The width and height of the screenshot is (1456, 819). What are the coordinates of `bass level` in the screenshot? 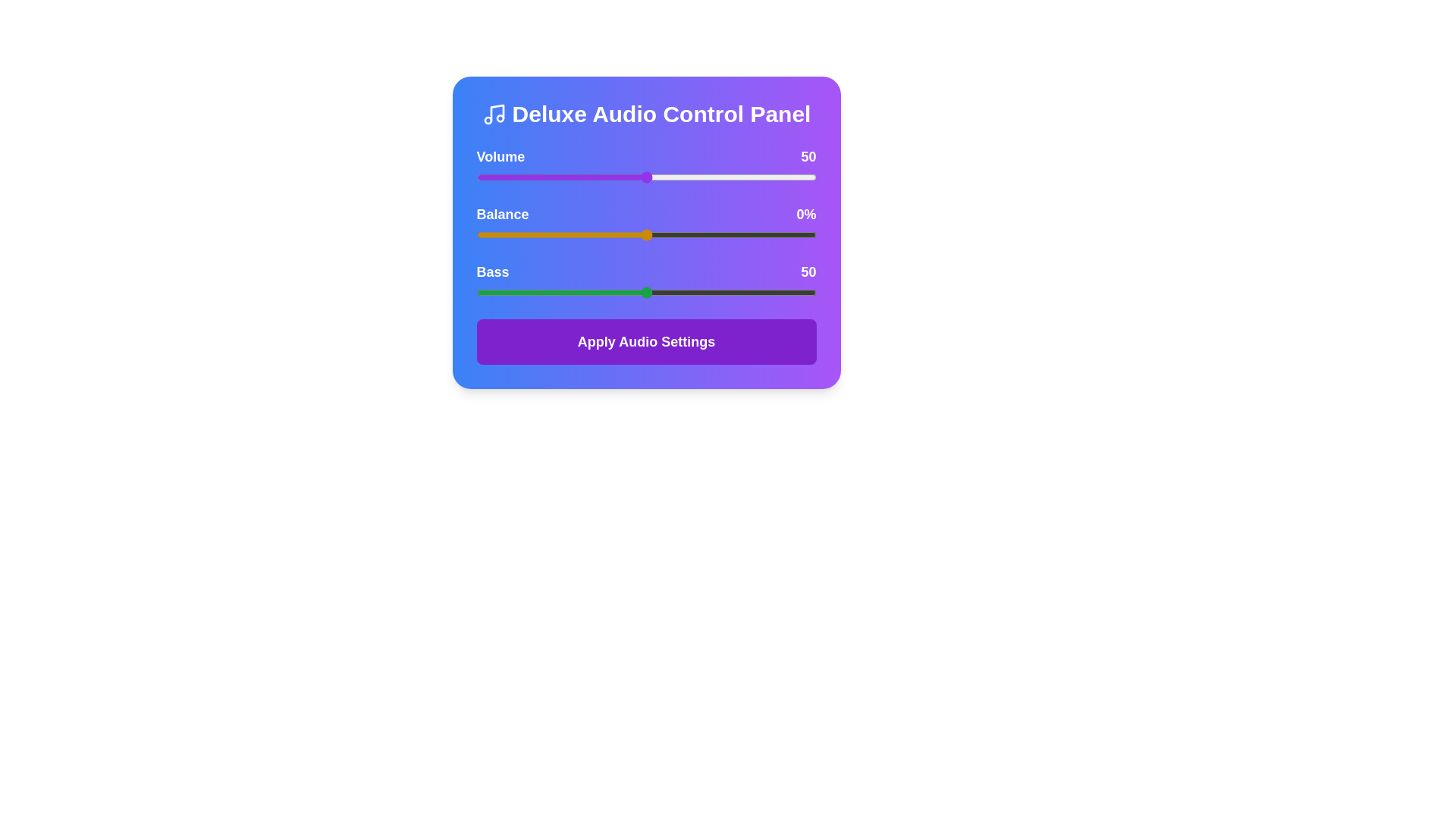 It's located at (782, 292).